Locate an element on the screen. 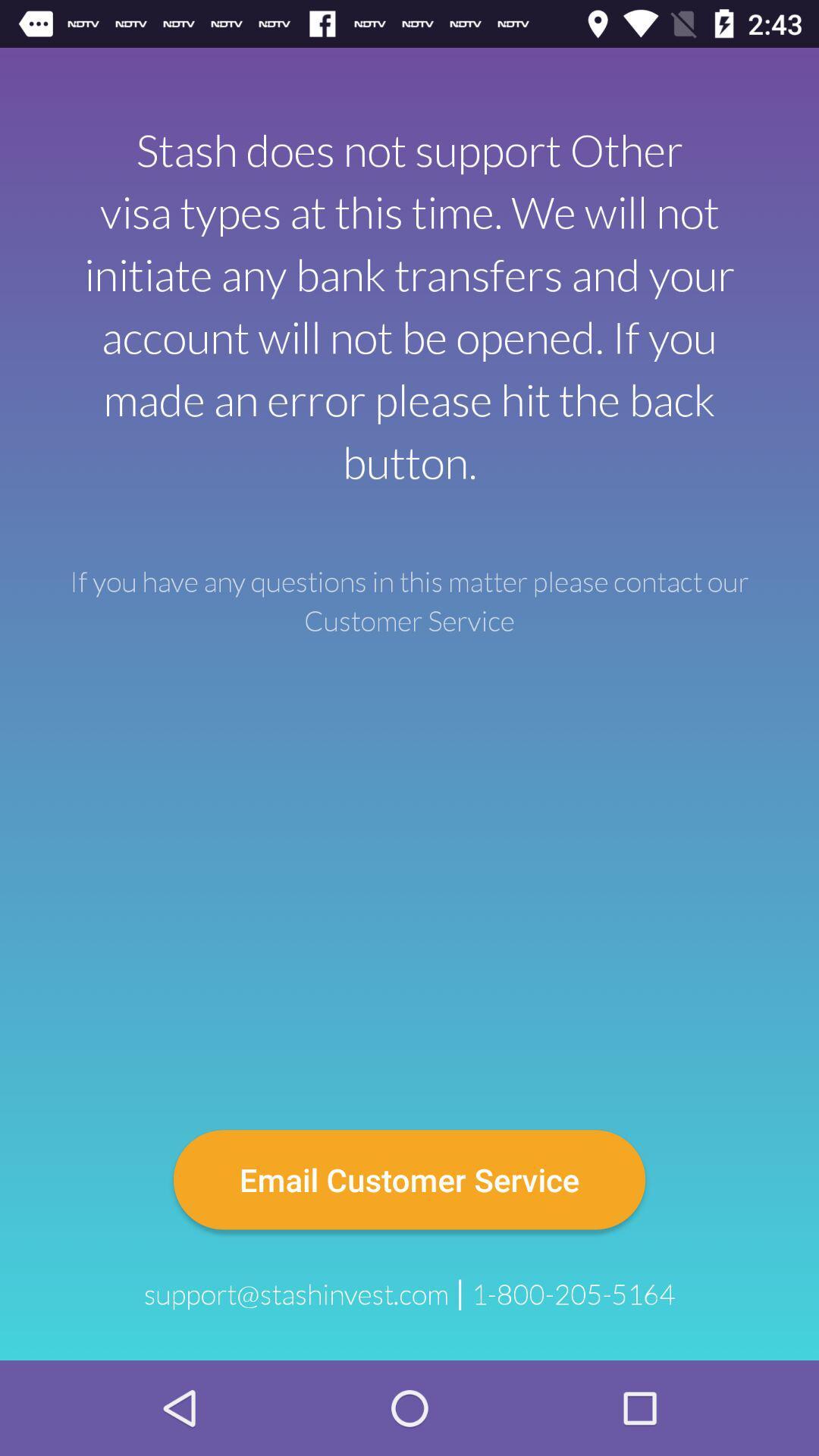 The image size is (819, 1456). 1 800 205 is located at coordinates (573, 1294).